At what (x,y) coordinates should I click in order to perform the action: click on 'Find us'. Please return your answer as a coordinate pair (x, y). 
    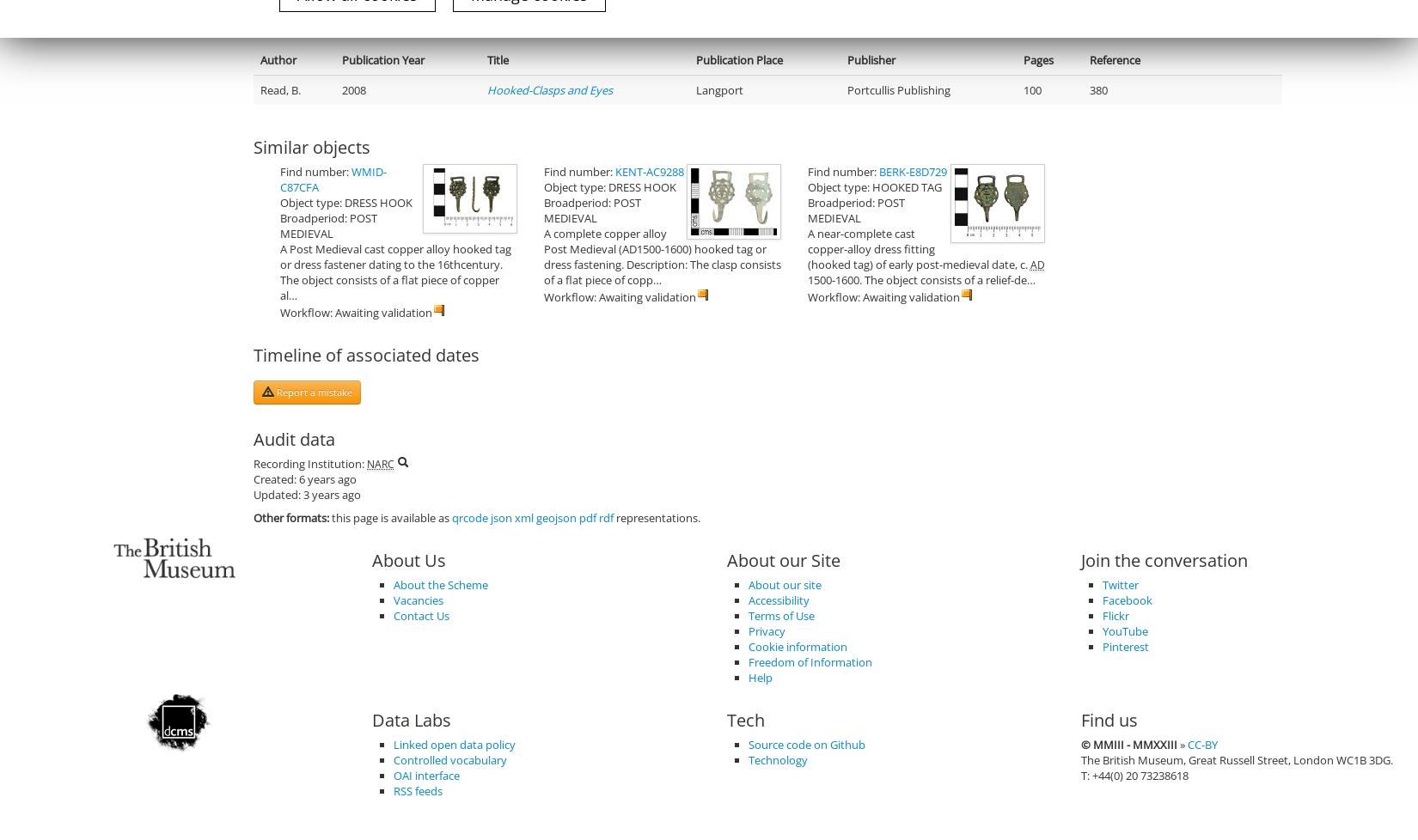
    Looking at the image, I should click on (1108, 719).